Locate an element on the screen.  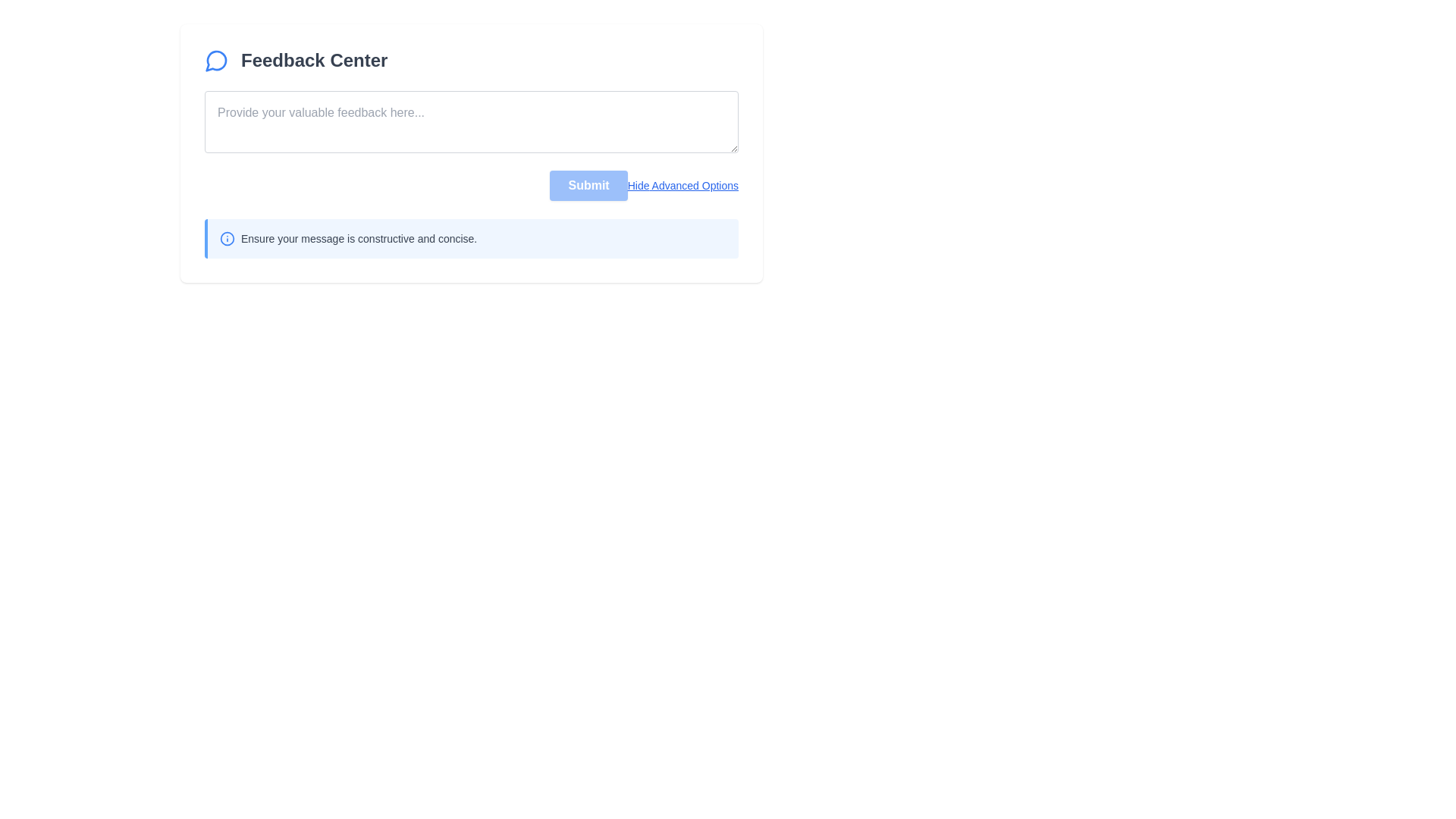
the informational text element styled in blue with the text 'Ensure your message is constructive and concise.' located near the bottom of the feedback section is located at coordinates (472, 239).